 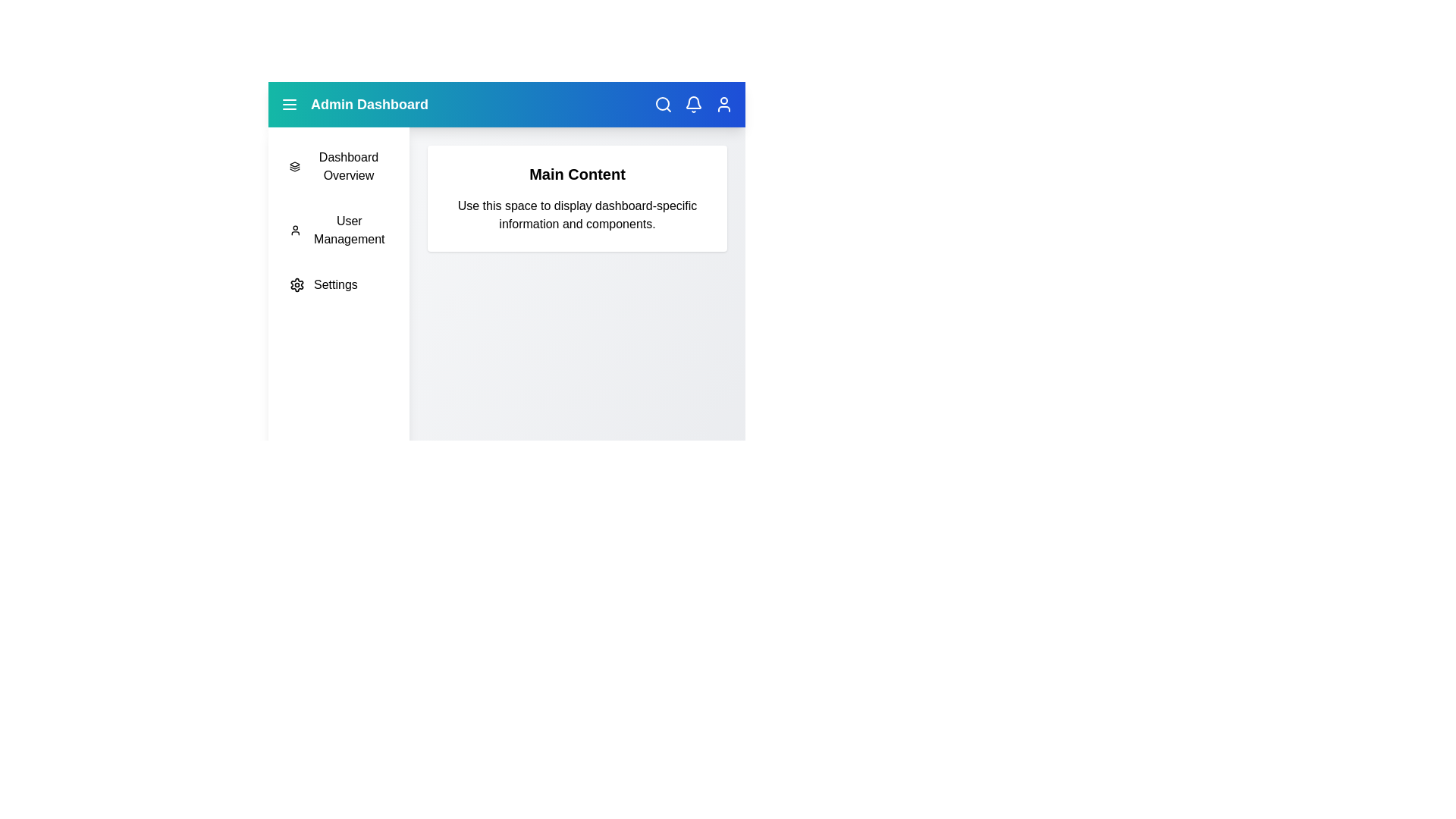 I want to click on the sidebar menu item 'Settings' to navigate to the corresponding section, so click(x=337, y=284).